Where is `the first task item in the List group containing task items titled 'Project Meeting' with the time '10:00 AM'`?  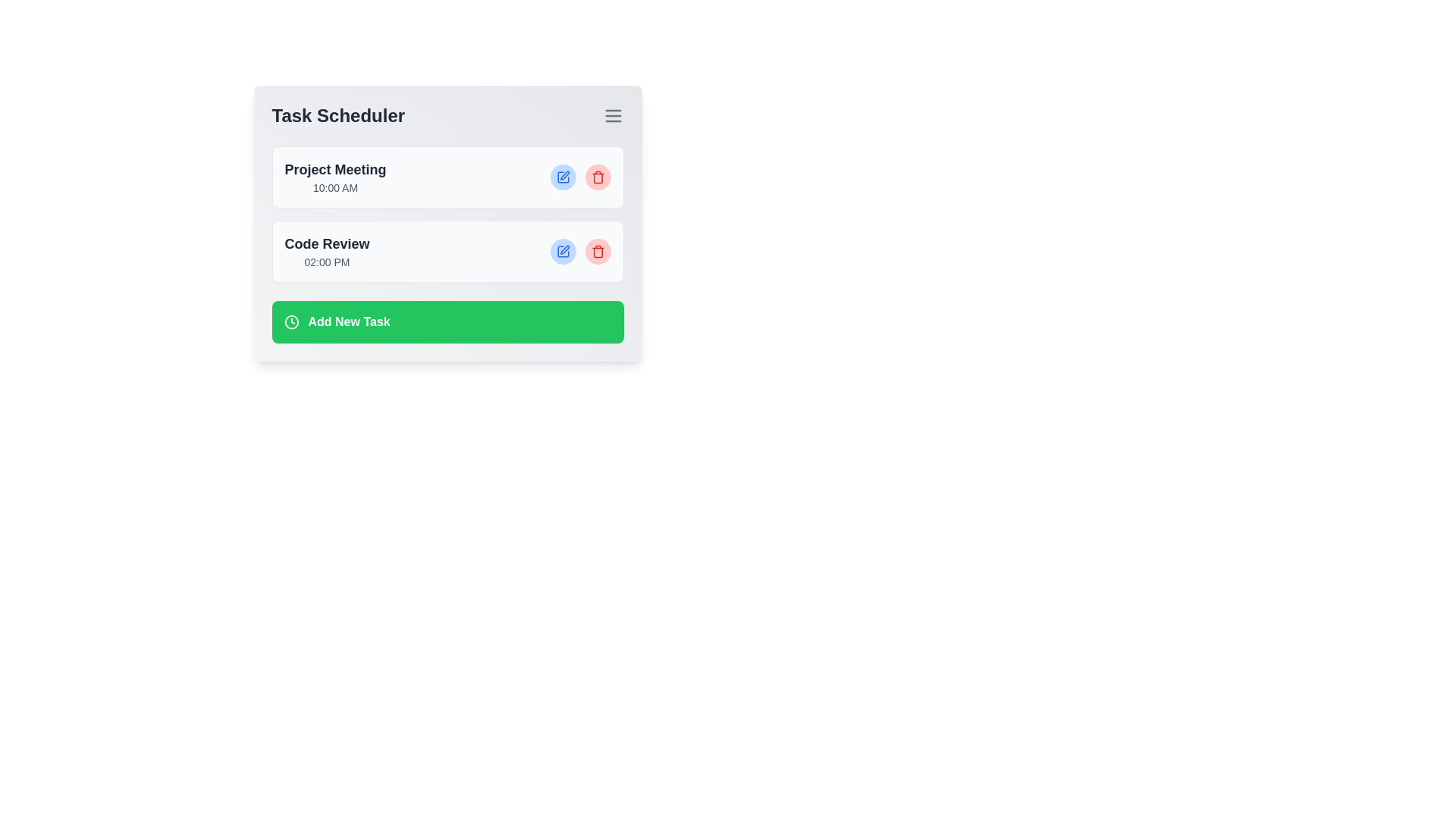 the first task item in the List group containing task items titled 'Project Meeting' with the time '10:00 AM' is located at coordinates (447, 214).